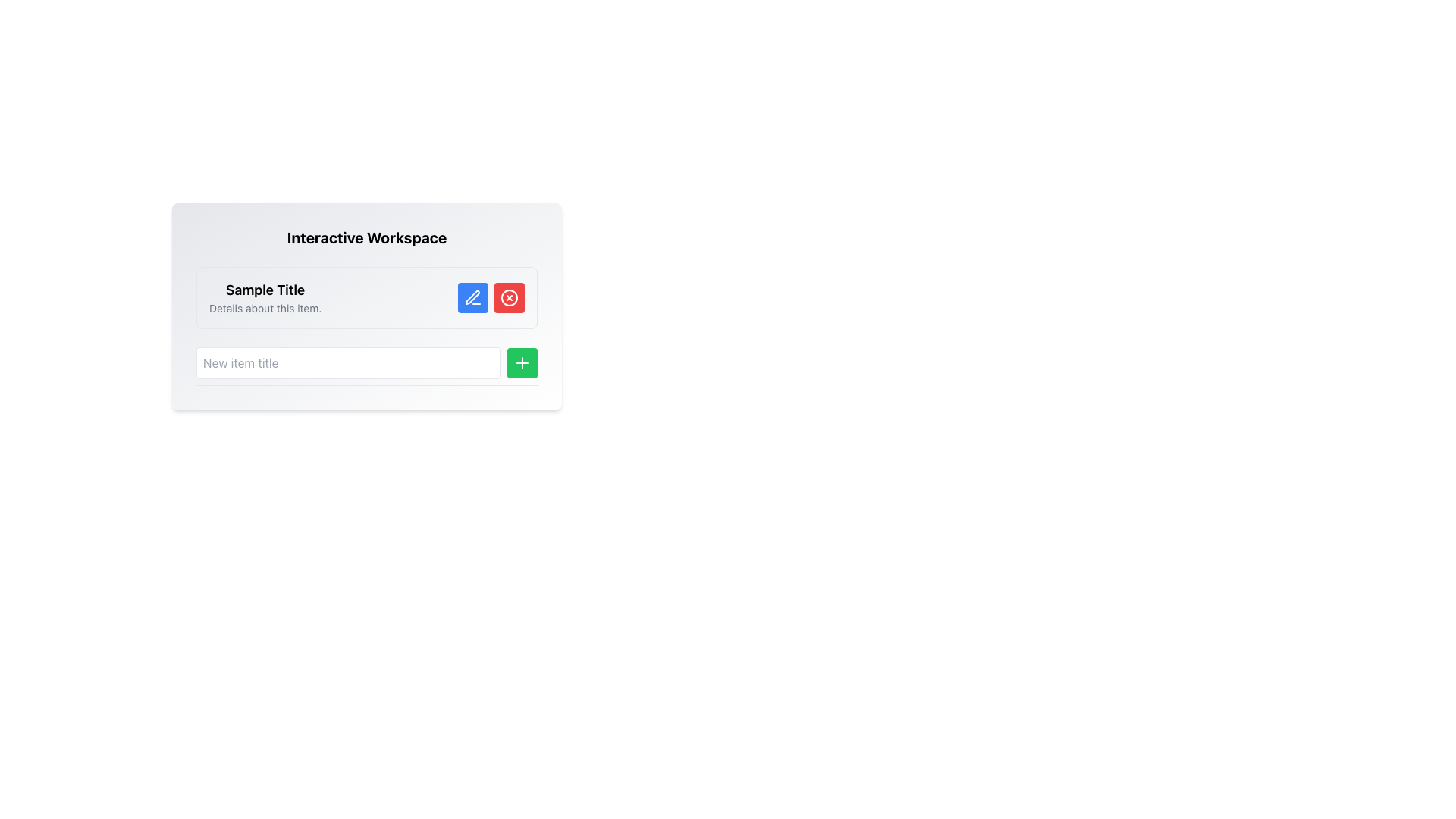 Image resolution: width=1456 pixels, height=819 pixels. I want to click on the minimalistic pen icon located to the right of 'Sample Title' in the header area, so click(472, 297).